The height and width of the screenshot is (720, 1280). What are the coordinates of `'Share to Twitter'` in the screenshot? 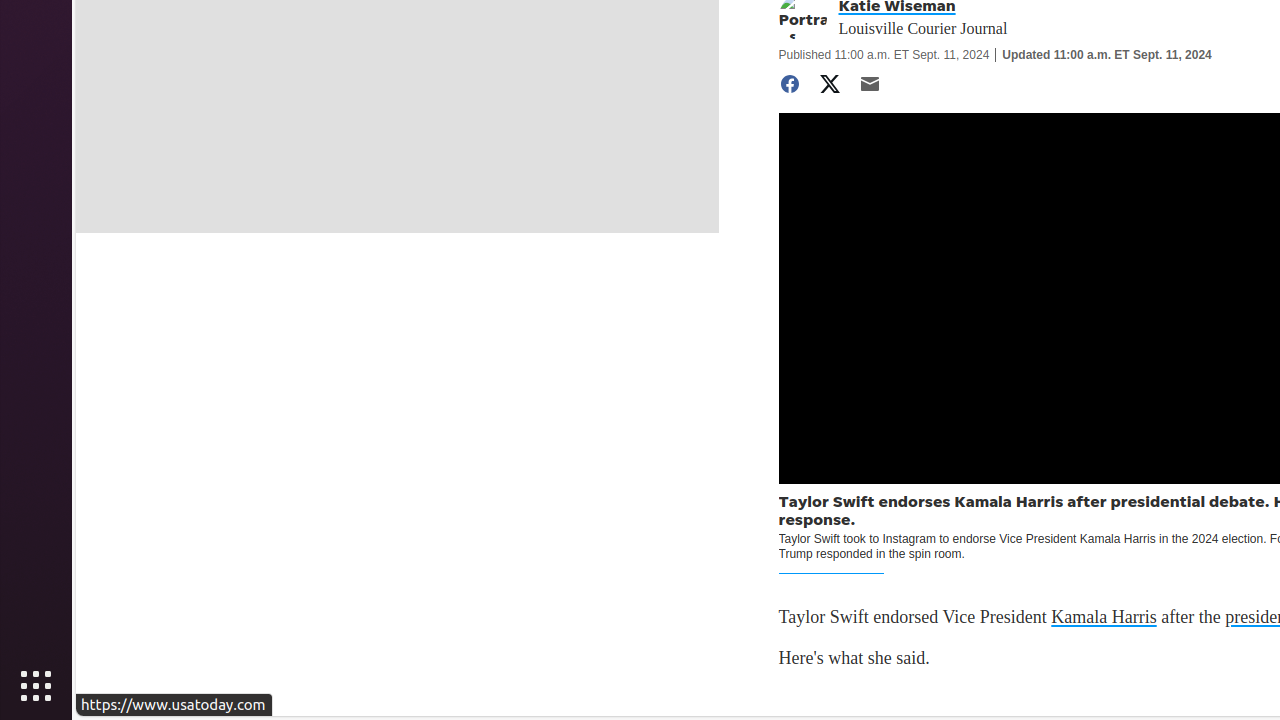 It's located at (829, 83).